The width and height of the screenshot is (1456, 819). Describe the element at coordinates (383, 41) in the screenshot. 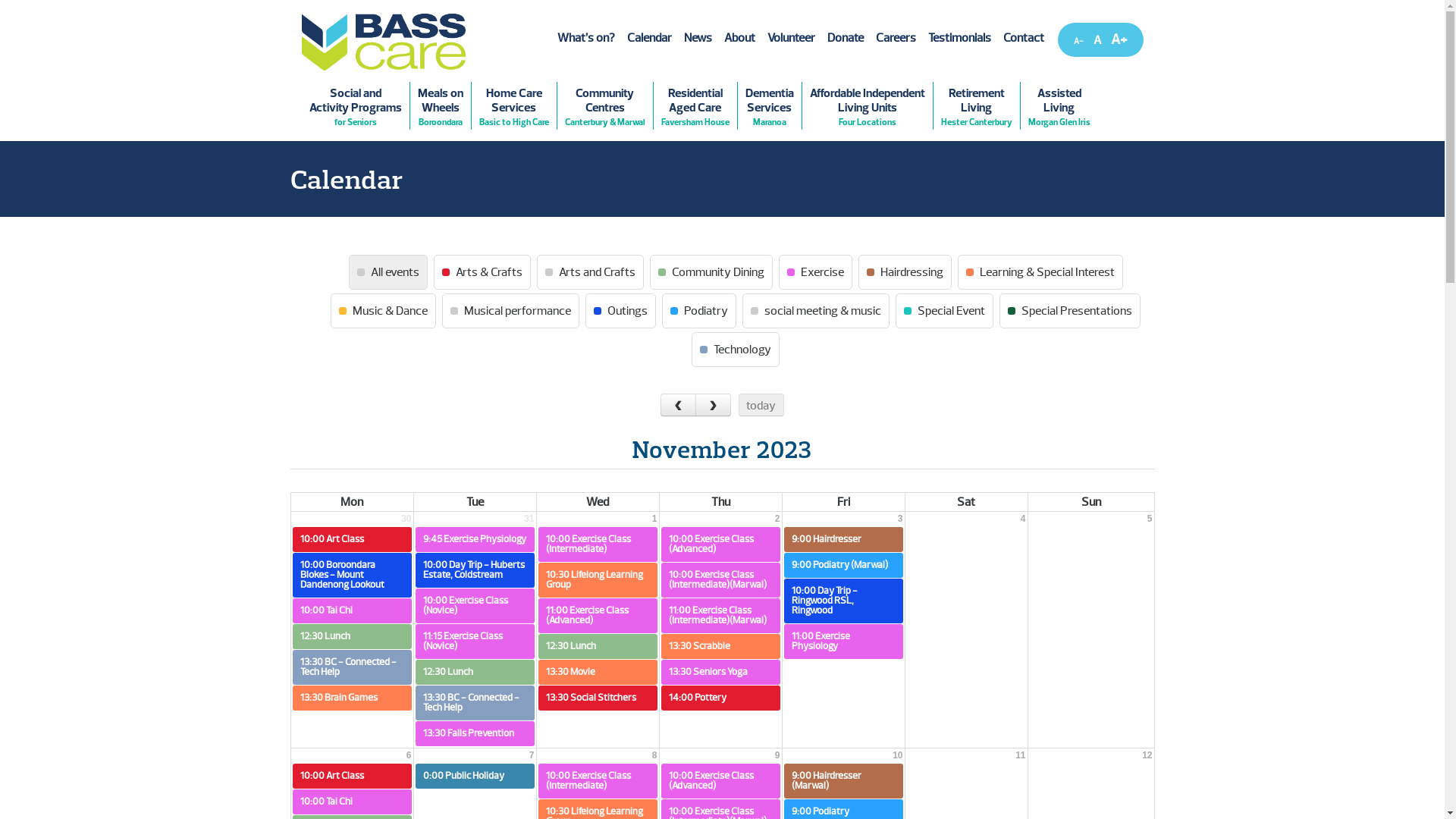

I see `'Home'` at that location.